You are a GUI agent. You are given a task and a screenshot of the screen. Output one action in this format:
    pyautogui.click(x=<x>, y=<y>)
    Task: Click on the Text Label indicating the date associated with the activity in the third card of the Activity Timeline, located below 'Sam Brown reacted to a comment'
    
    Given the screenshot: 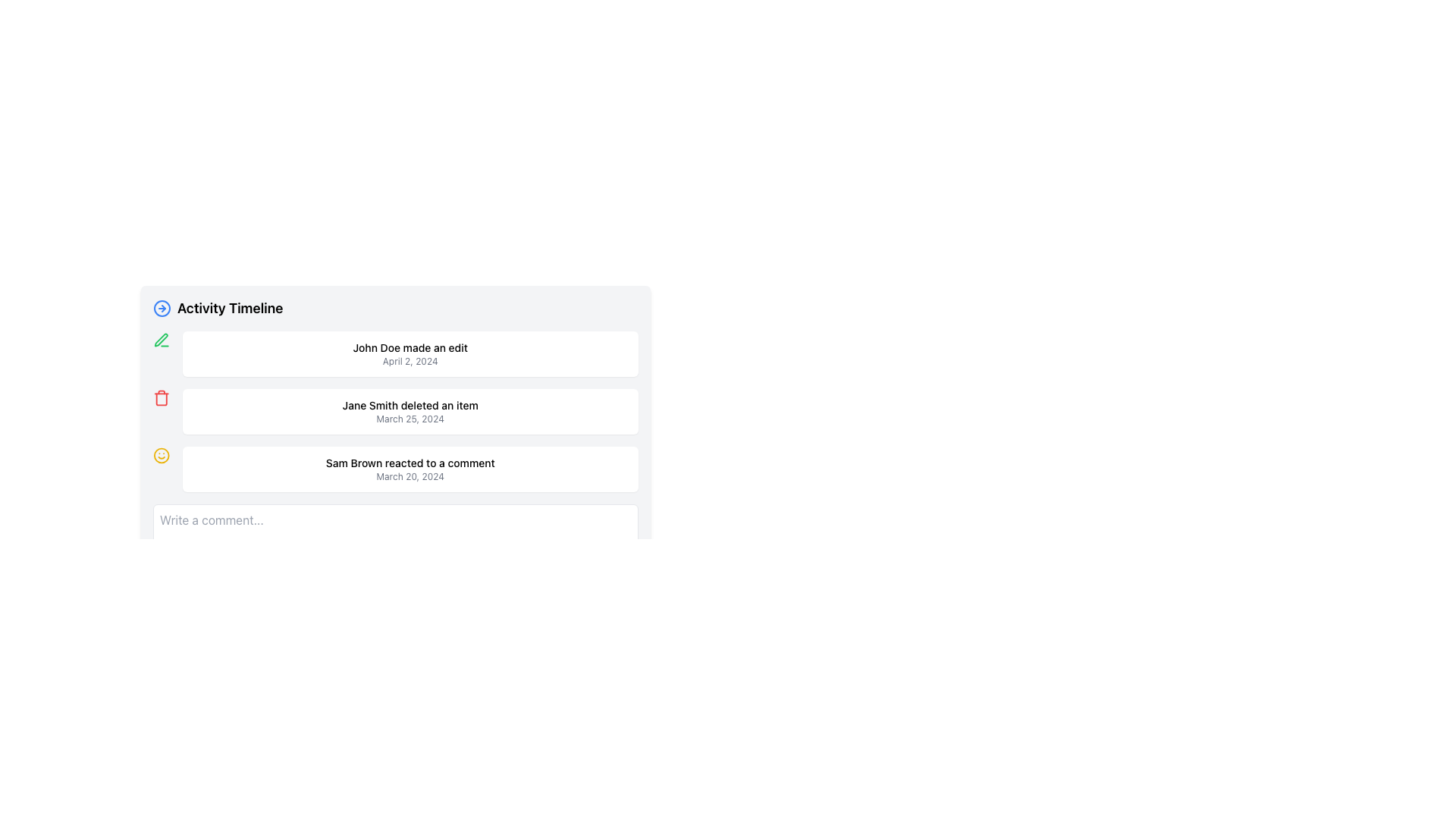 What is the action you would take?
    pyautogui.click(x=410, y=475)
    